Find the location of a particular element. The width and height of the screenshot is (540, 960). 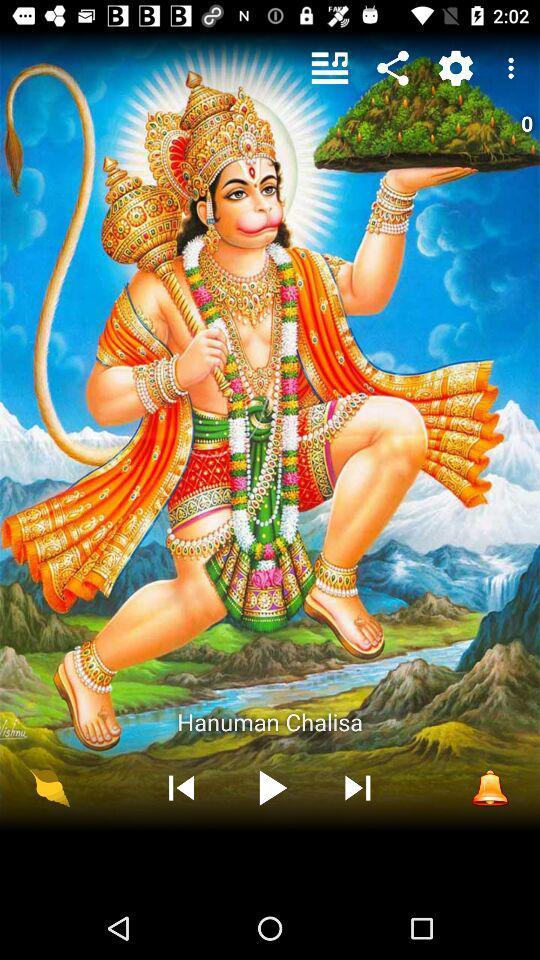

icon below hanuman chalisa item is located at coordinates (489, 787).